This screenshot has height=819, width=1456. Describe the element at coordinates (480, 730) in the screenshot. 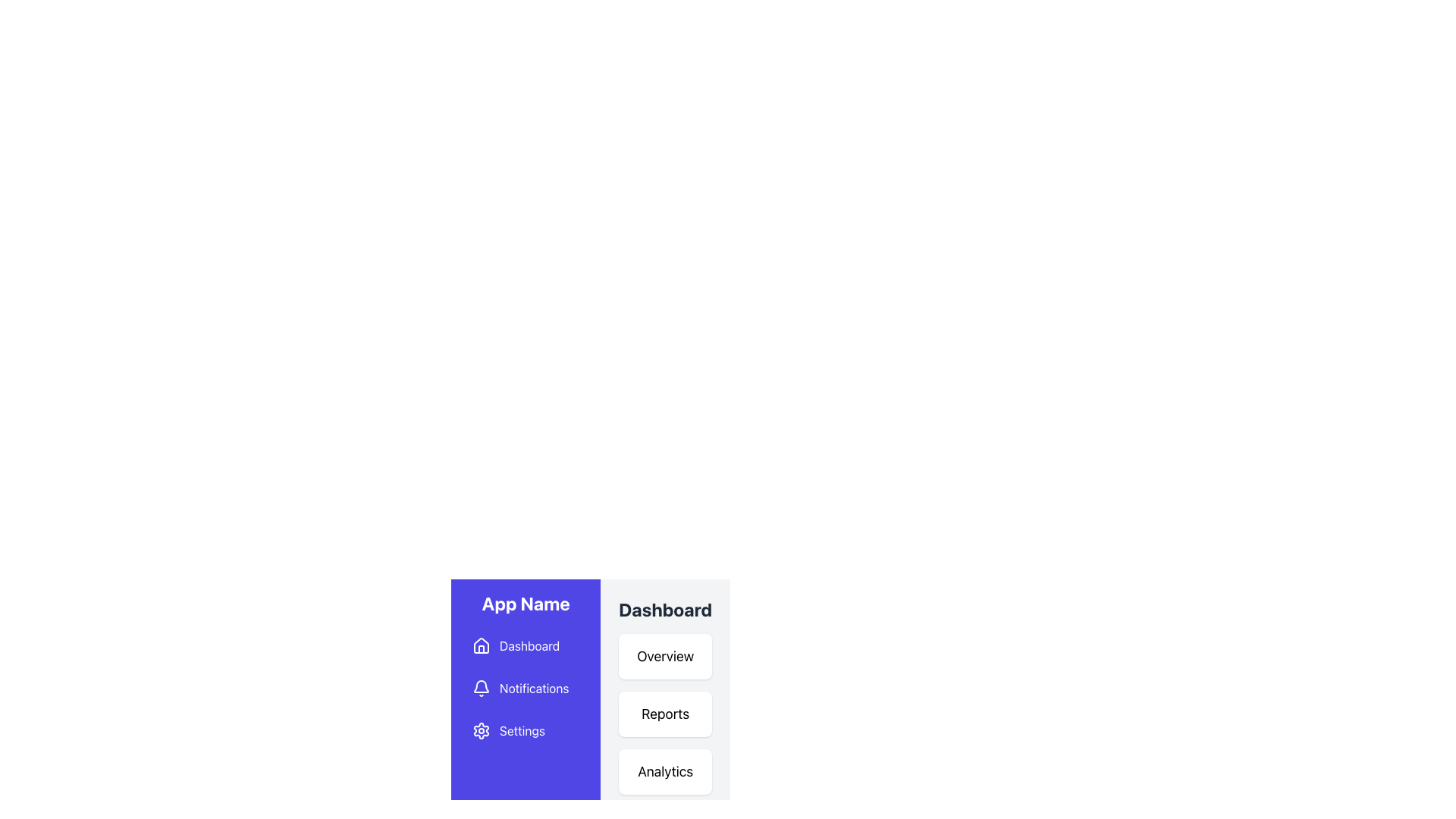

I see `the 'Settings' icon button in the sidebar` at that location.